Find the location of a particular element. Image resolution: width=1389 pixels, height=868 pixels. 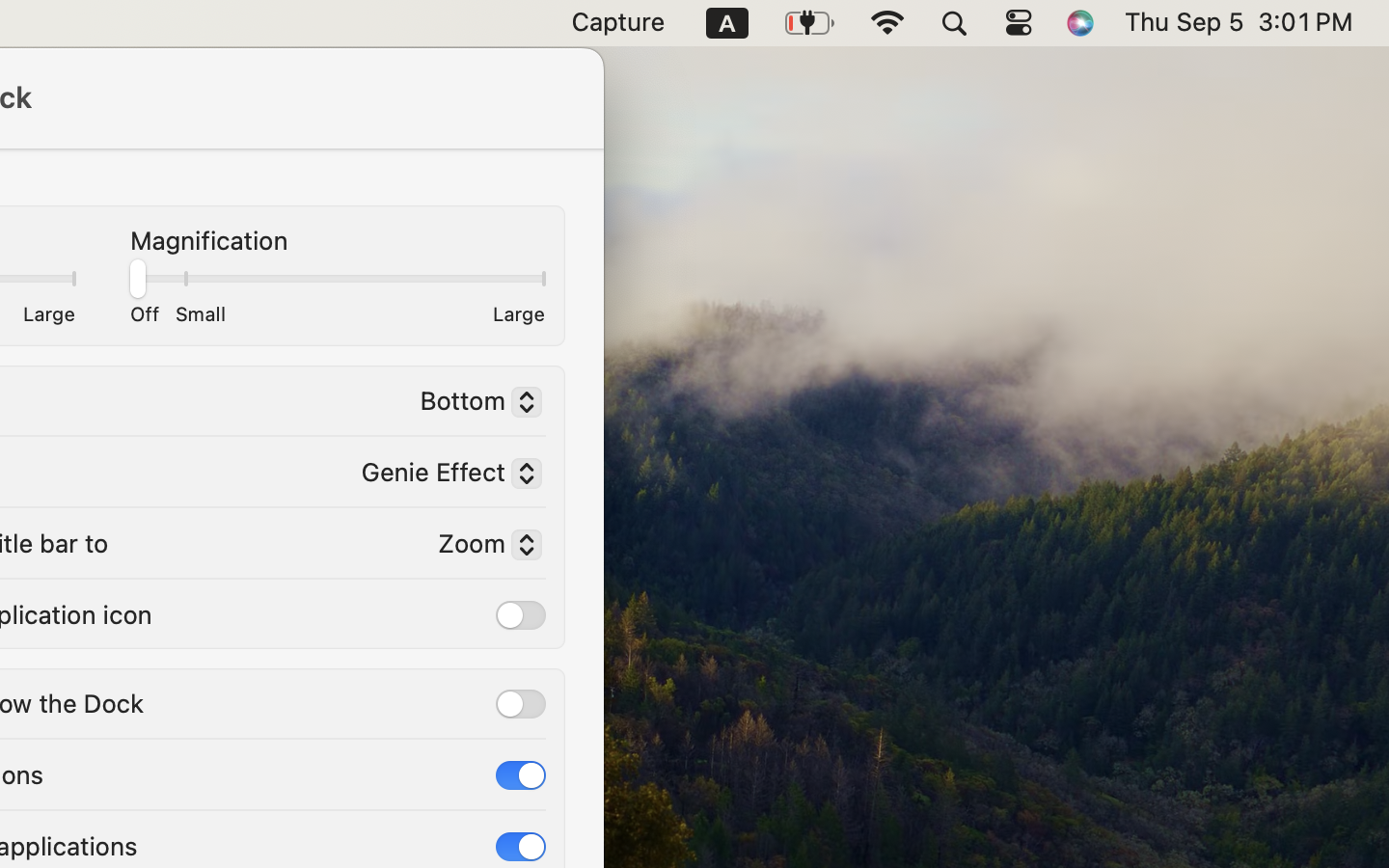

'Zoom' is located at coordinates (480, 547).